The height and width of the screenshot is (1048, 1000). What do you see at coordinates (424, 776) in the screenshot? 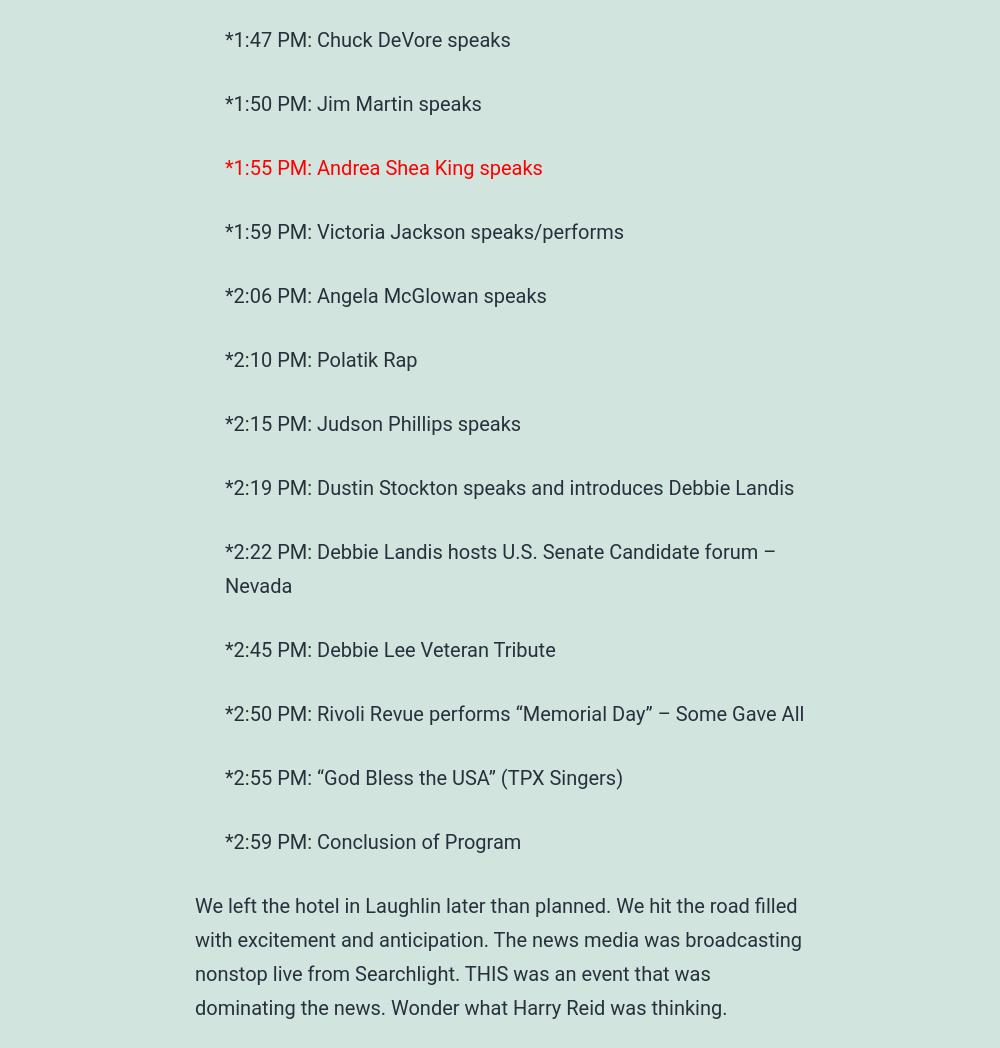
I see `'*2:55 PM: “God Bless the USA” (TPX Singers)'` at bounding box center [424, 776].